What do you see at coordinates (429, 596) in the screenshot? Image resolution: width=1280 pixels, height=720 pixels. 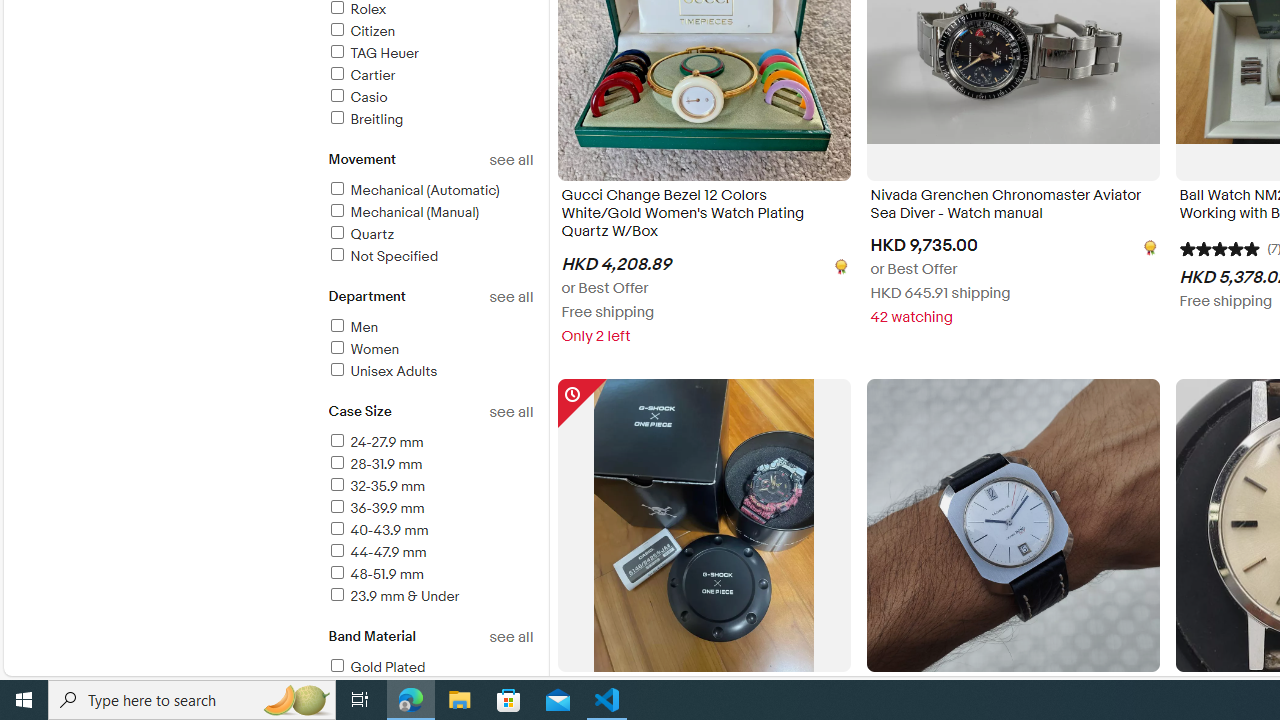 I see `'23.9 mm & Under'` at bounding box center [429, 596].